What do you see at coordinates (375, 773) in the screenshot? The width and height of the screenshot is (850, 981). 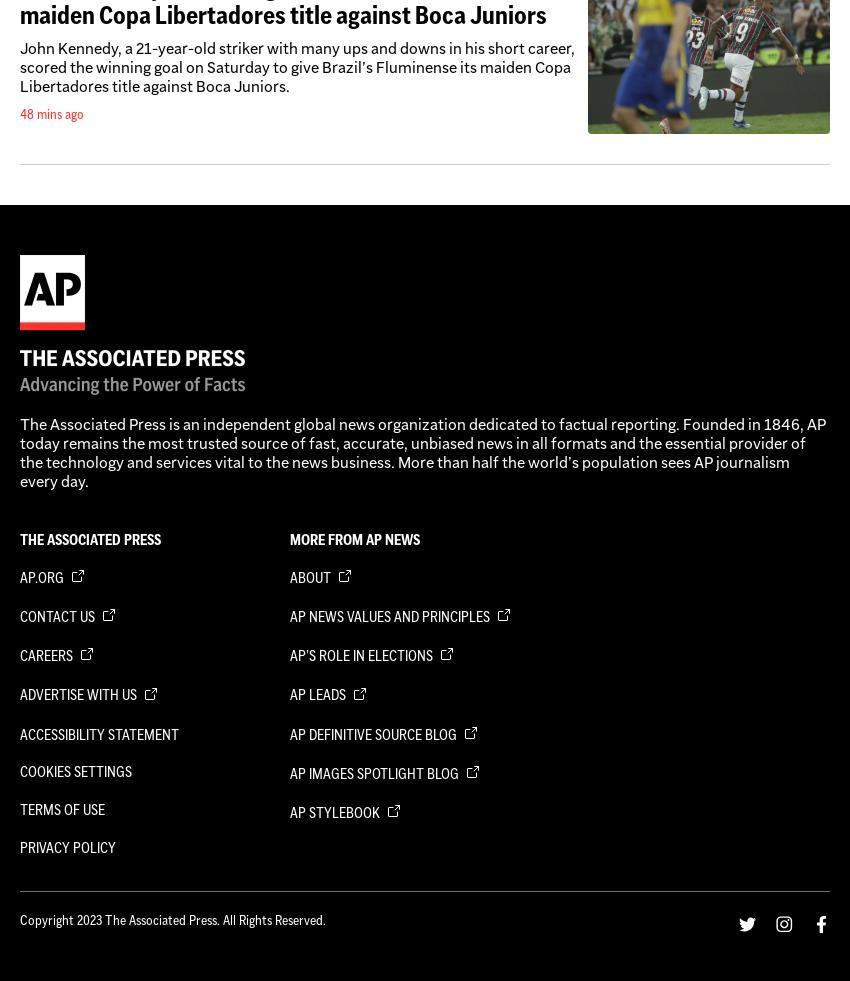 I see `'AP Images Spotlight Blog'` at bounding box center [375, 773].